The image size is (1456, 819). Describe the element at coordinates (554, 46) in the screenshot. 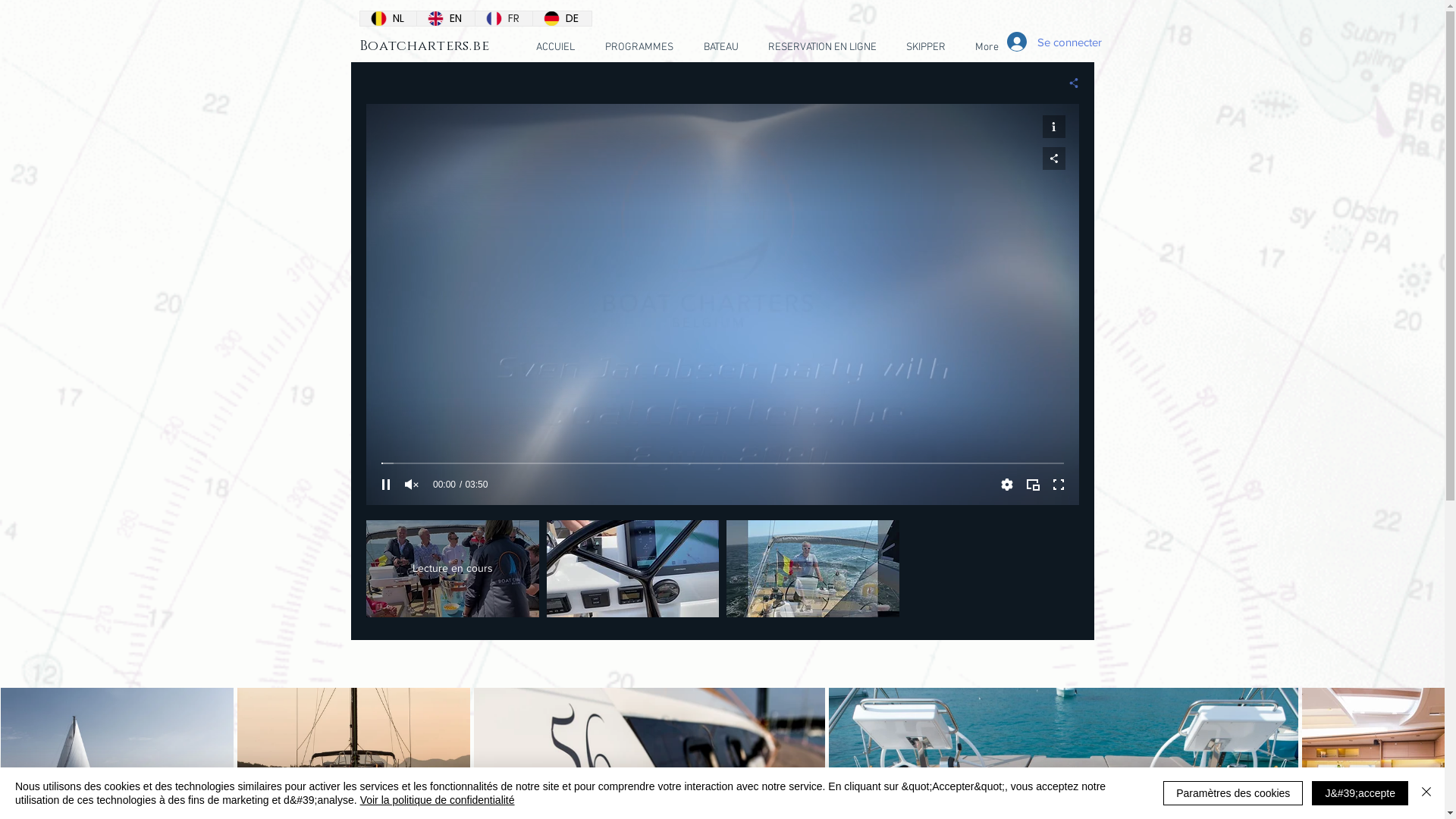

I see `'ACCUIEL'` at that location.